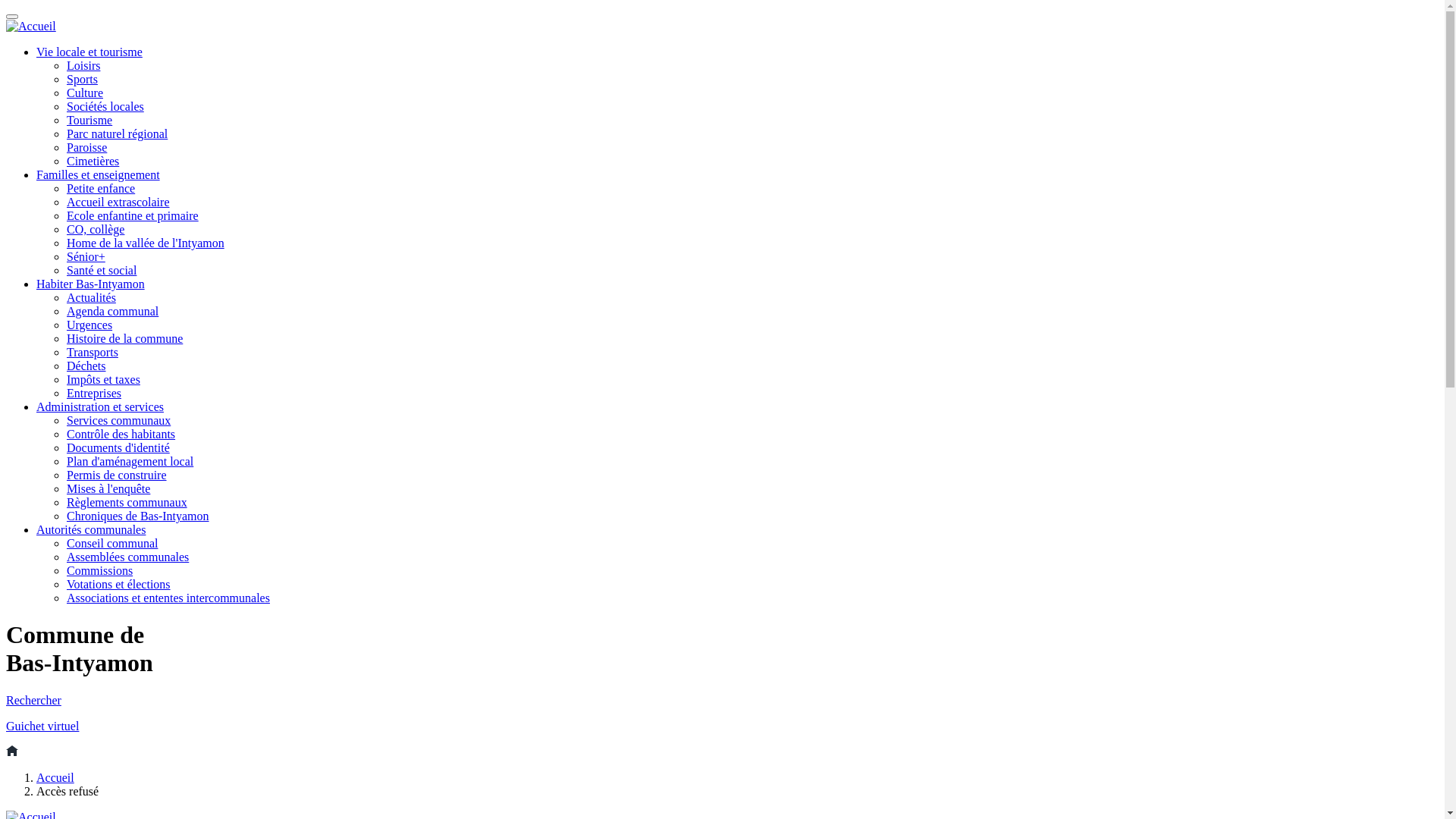  What do you see at coordinates (6, 700) in the screenshot?
I see `'Rechercher'` at bounding box center [6, 700].